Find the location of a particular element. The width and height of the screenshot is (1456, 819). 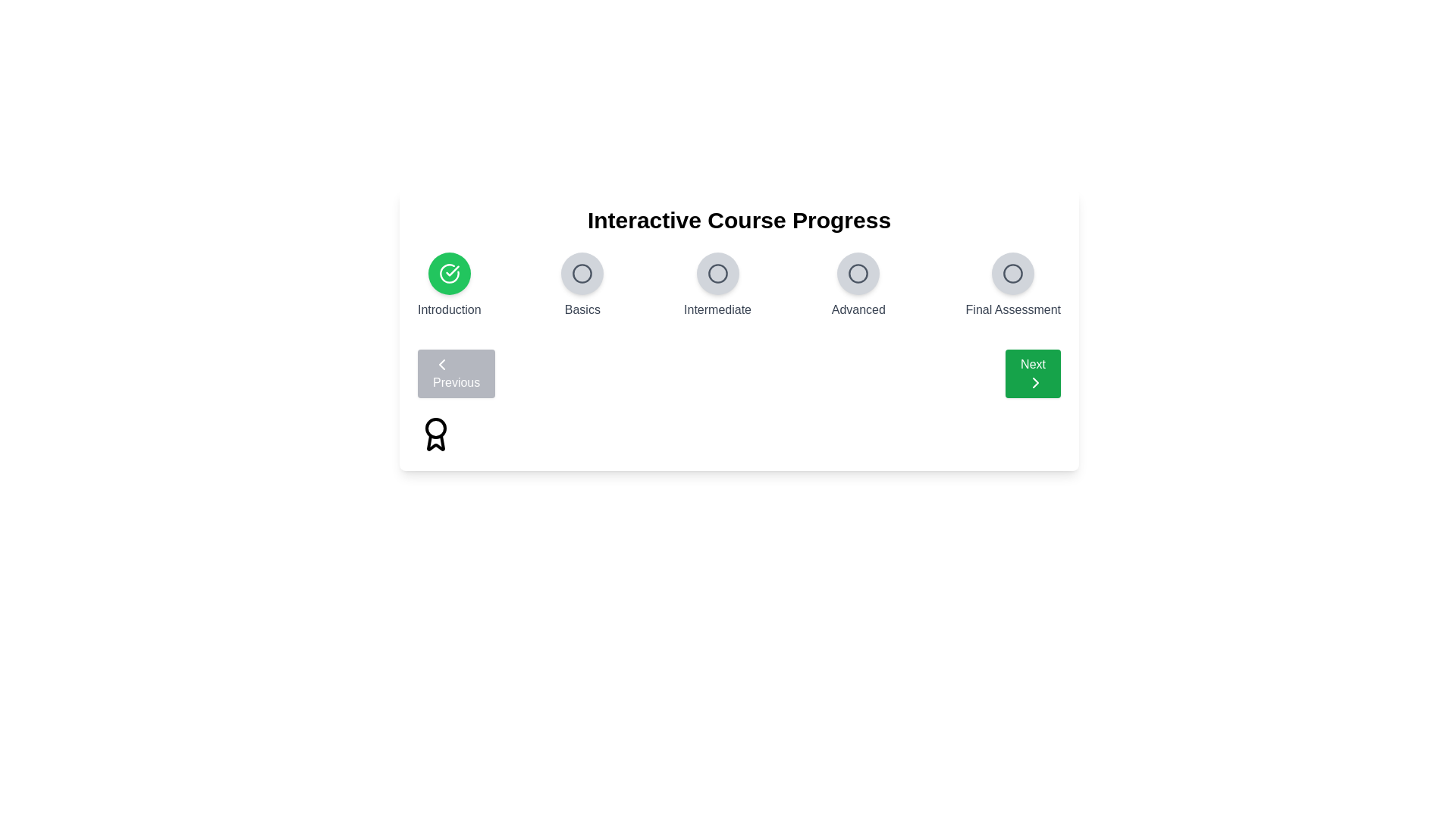

the circular Progress Indicator representing the 'Basics' step in the interactive course progress bar, located between 'Introduction' and 'Intermediate' is located at coordinates (582, 274).